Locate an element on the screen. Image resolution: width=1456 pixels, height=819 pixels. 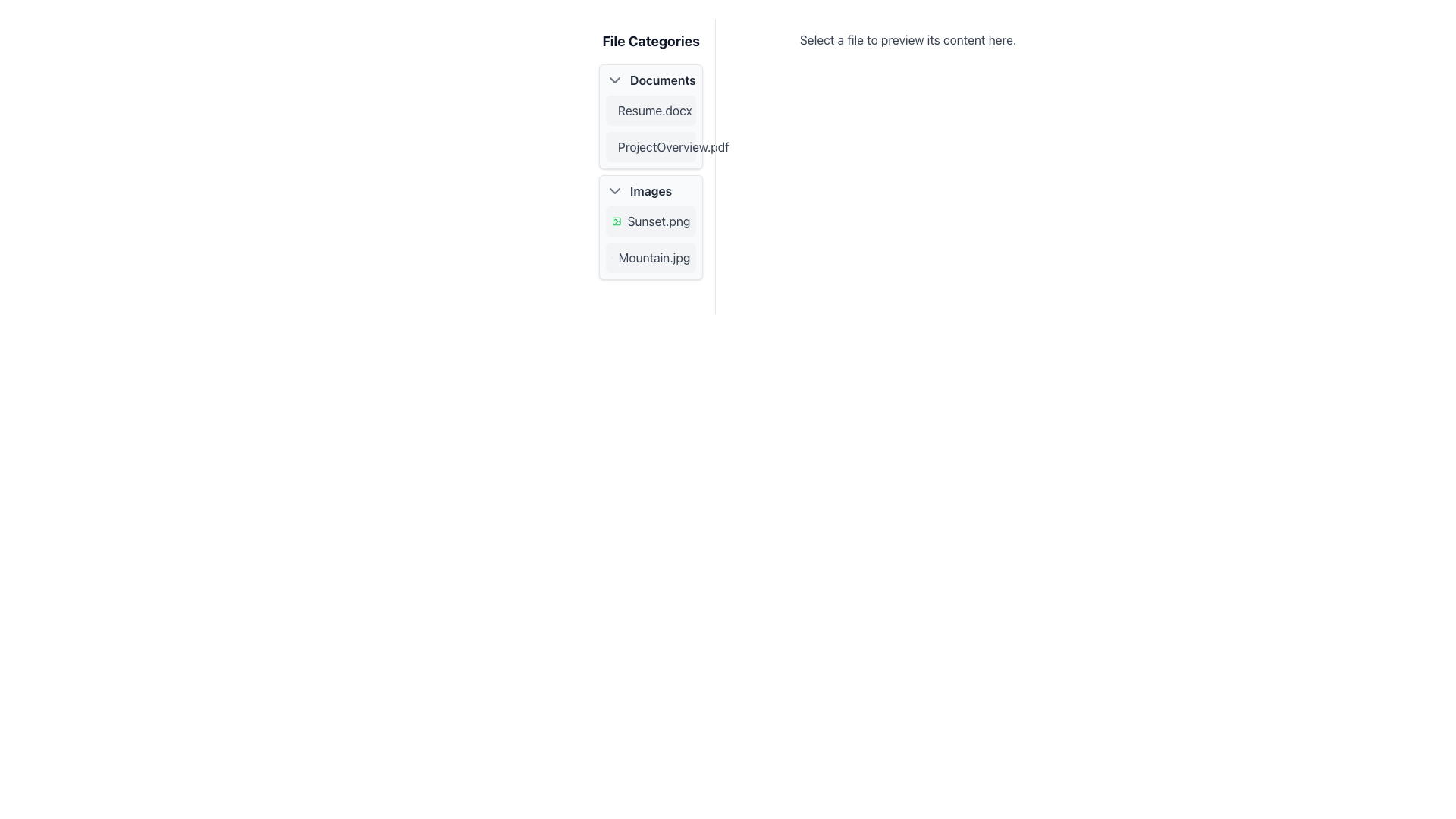
the 'Images' Collapsible Header is located at coordinates (651, 190).